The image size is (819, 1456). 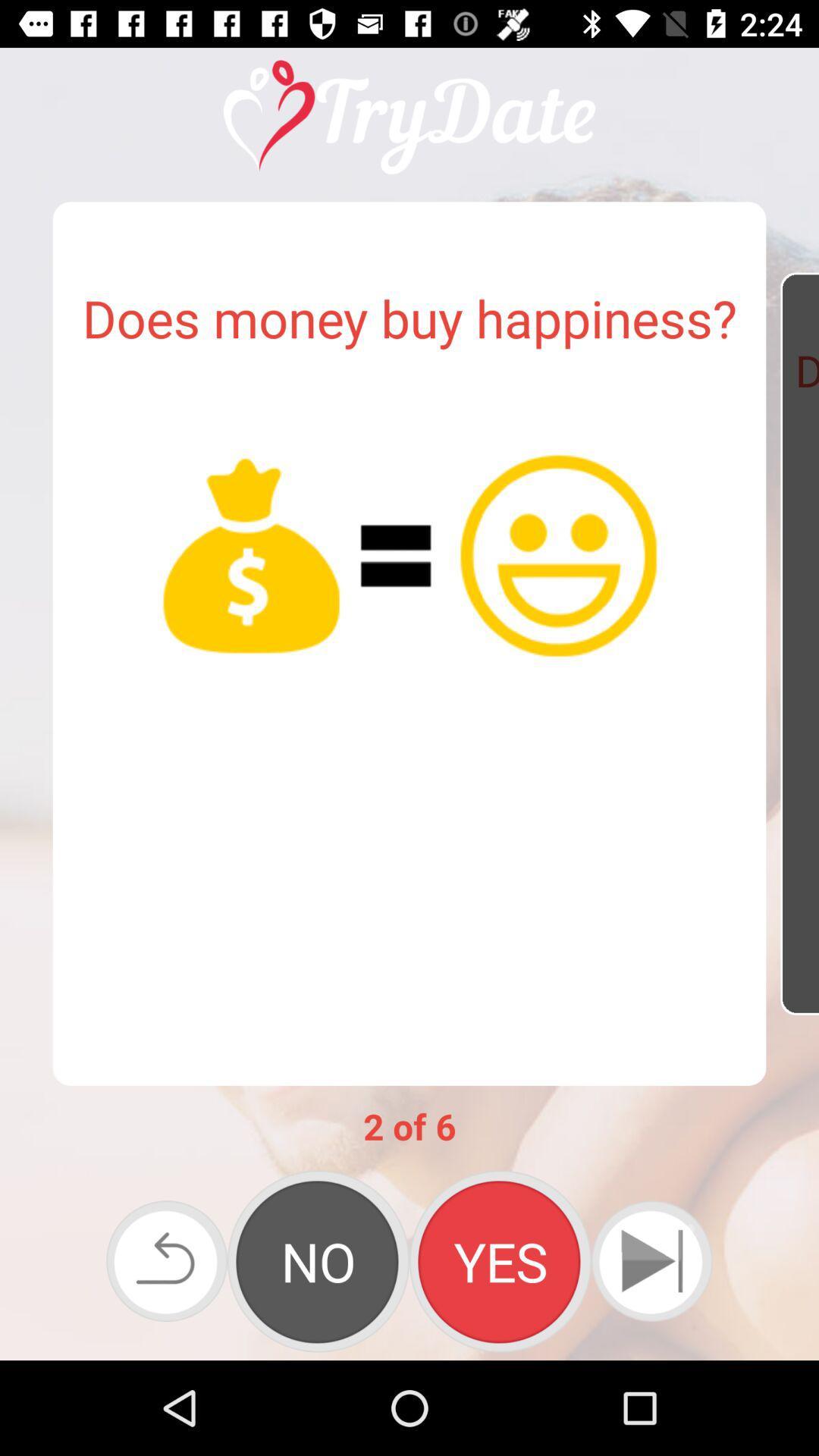 What do you see at coordinates (167, 1261) in the screenshot?
I see `icon at the bottom left corner` at bounding box center [167, 1261].